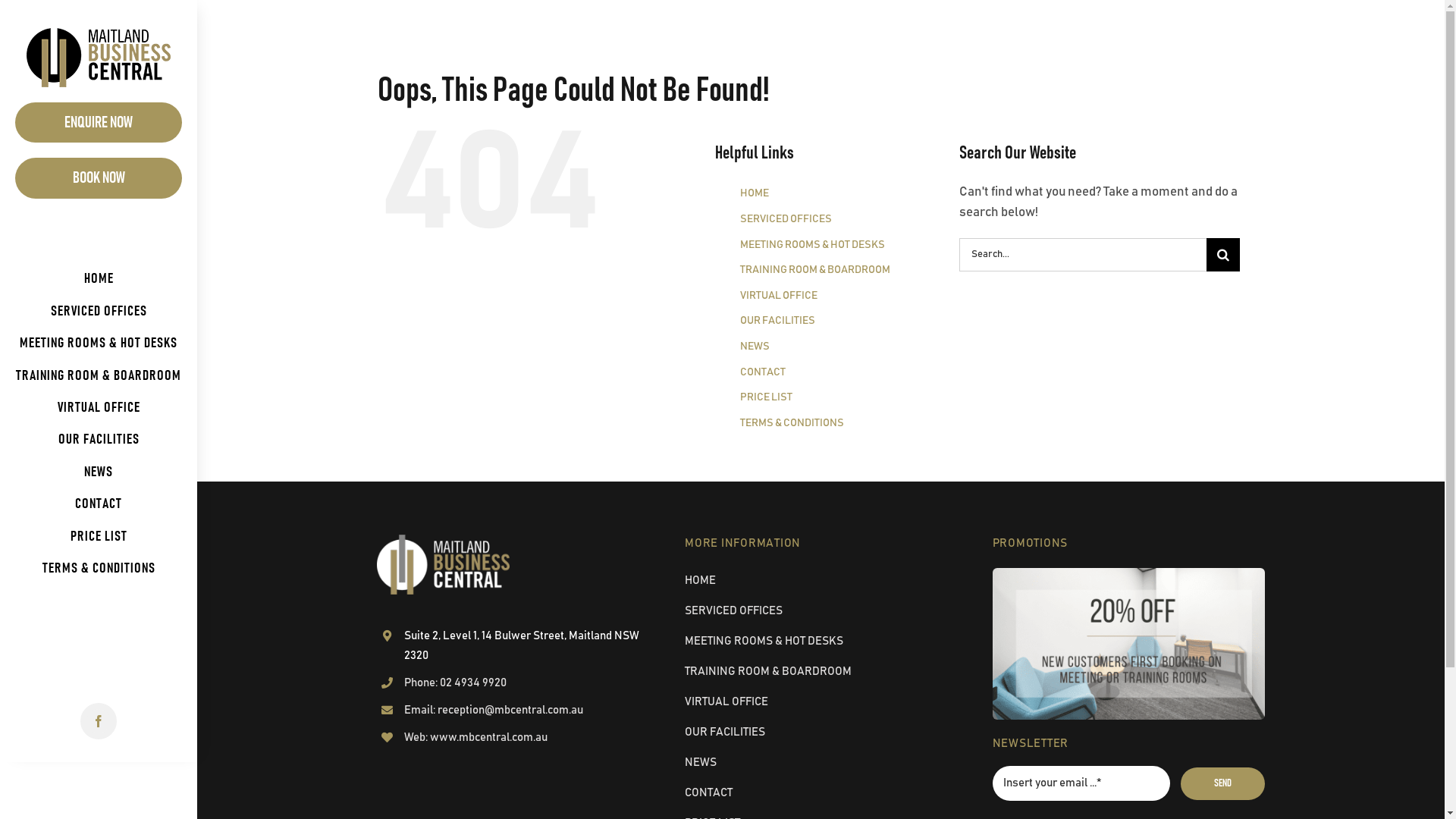  What do you see at coordinates (97, 177) in the screenshot?
I see `'BOOK NOW'` at bounding box center [97, 177].